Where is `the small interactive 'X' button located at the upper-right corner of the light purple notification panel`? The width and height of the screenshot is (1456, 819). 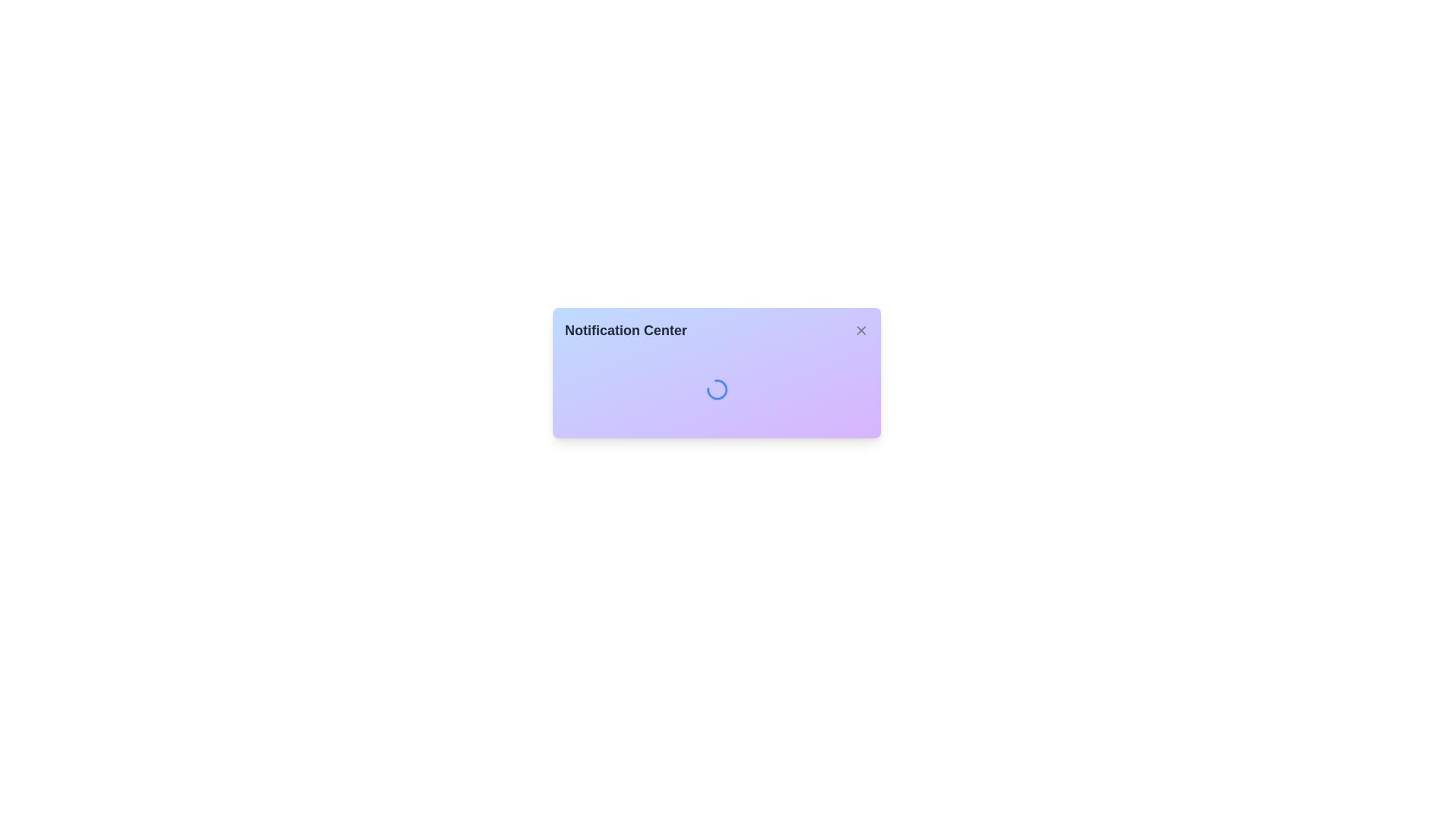 the small interactive 'X' button located at the upper-right corner of the light purple notification panel is located at coordinates (861, 329).